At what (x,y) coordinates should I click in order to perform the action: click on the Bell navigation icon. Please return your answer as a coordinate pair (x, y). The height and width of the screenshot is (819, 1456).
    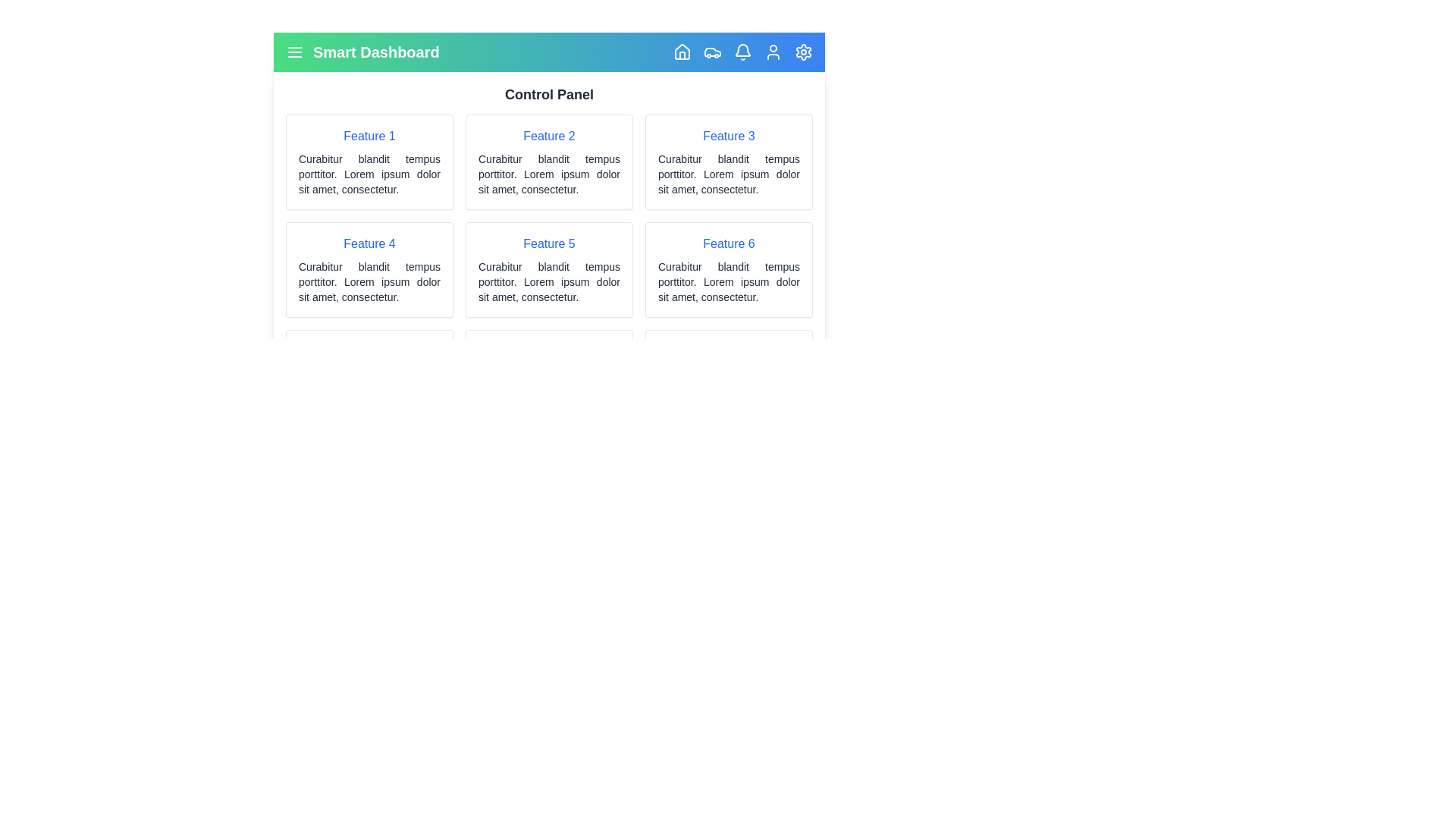
    Looking at the image, I should click on (742, 52).